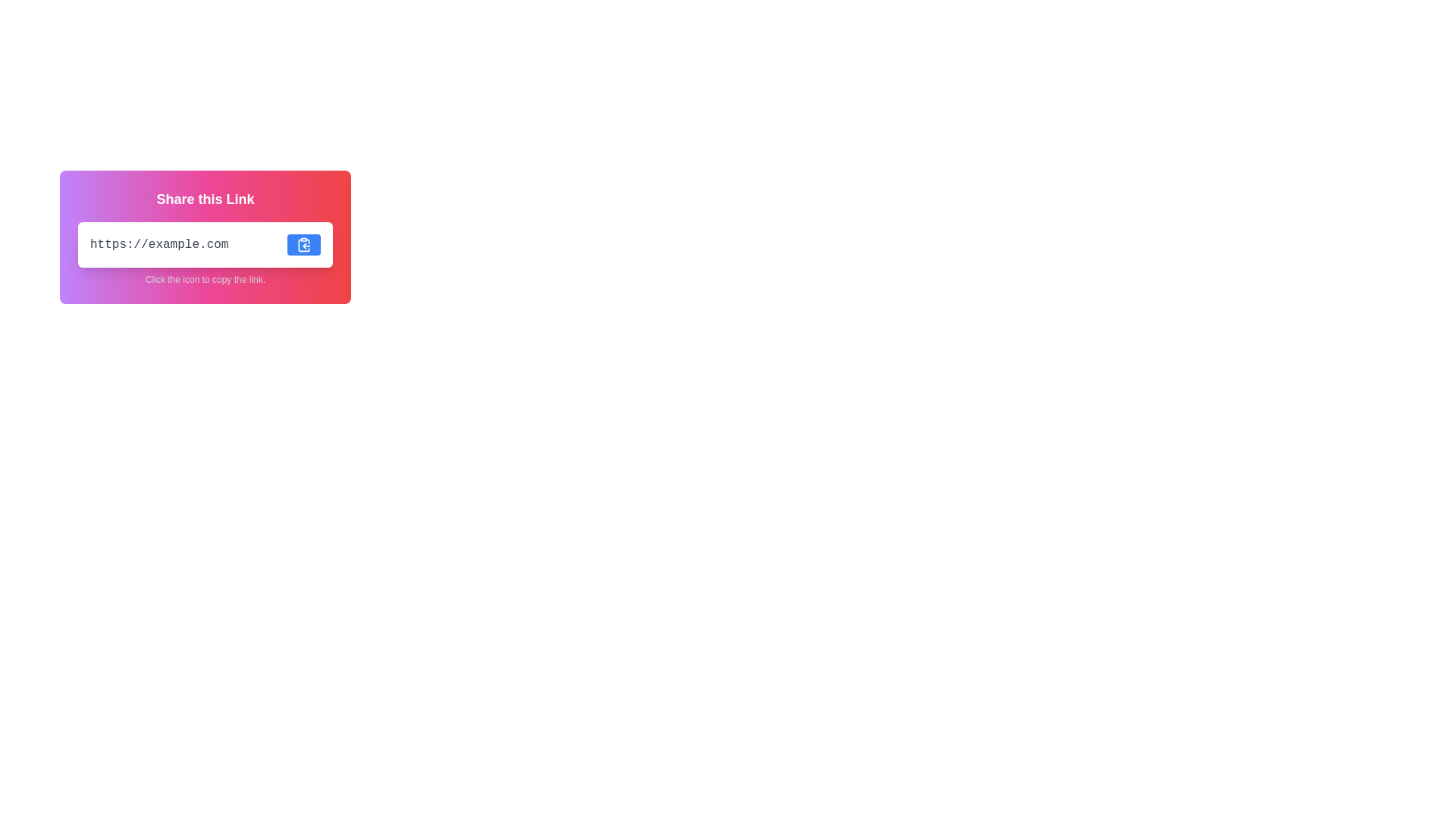  What do you see at coordinates (303, 244) in the screenshot?
I see `the icon button located in the top-right corner of the 'Share this Link' card interface` at bounding box center [303, 244].